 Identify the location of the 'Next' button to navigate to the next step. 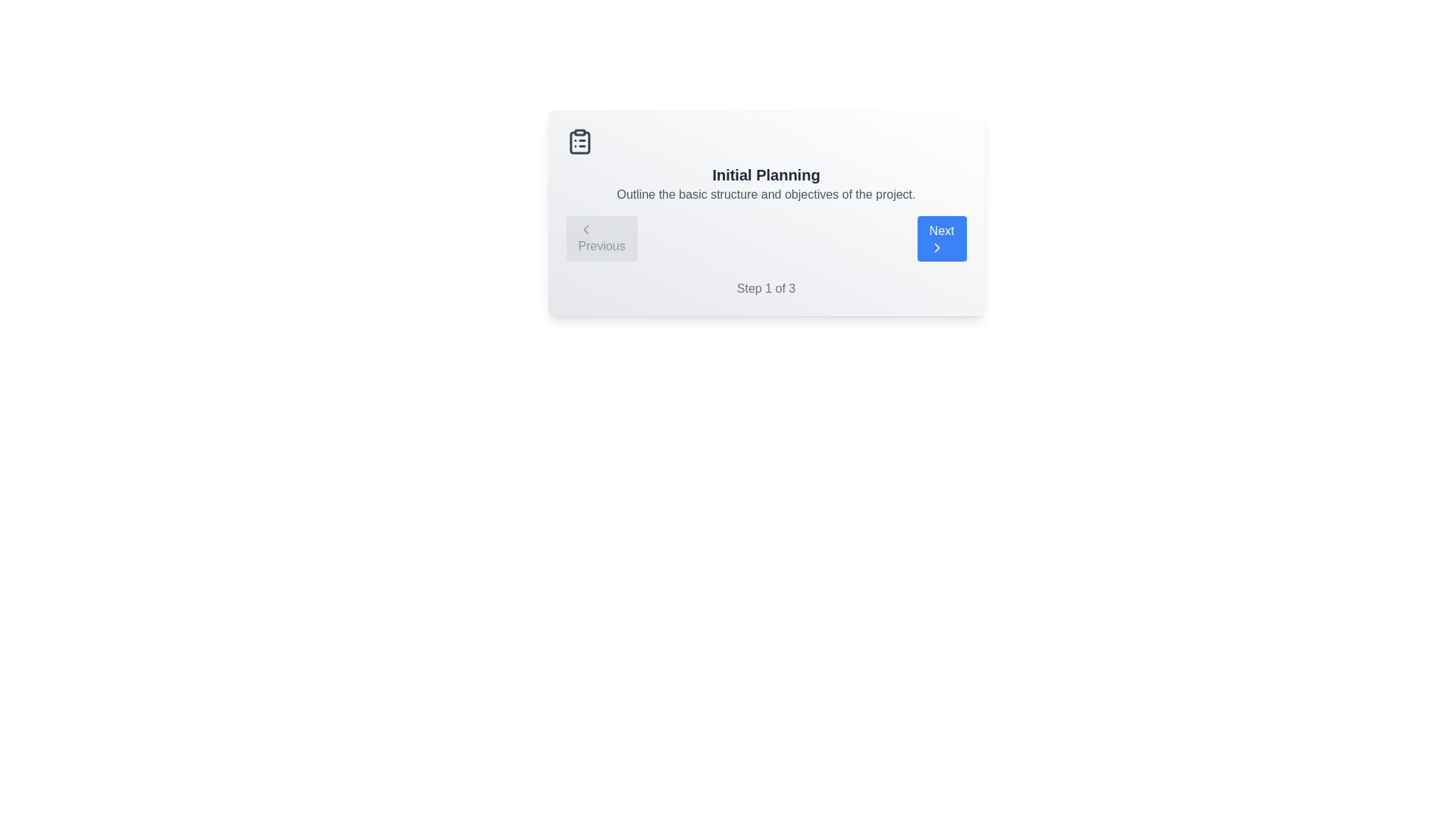
(941, 239).